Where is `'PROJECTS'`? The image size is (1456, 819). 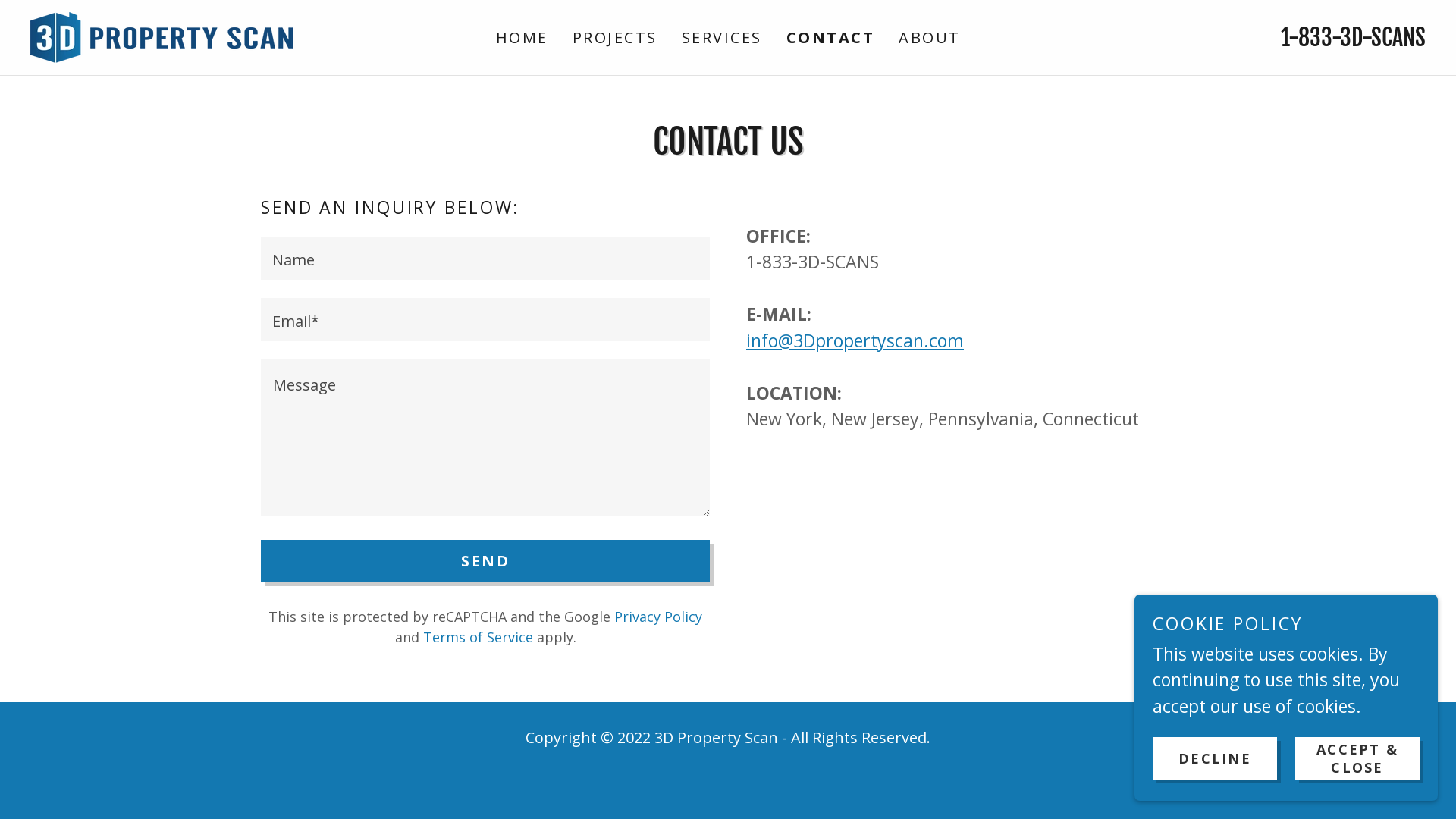
'PROJECTS' is located at coordinates (614, 37).